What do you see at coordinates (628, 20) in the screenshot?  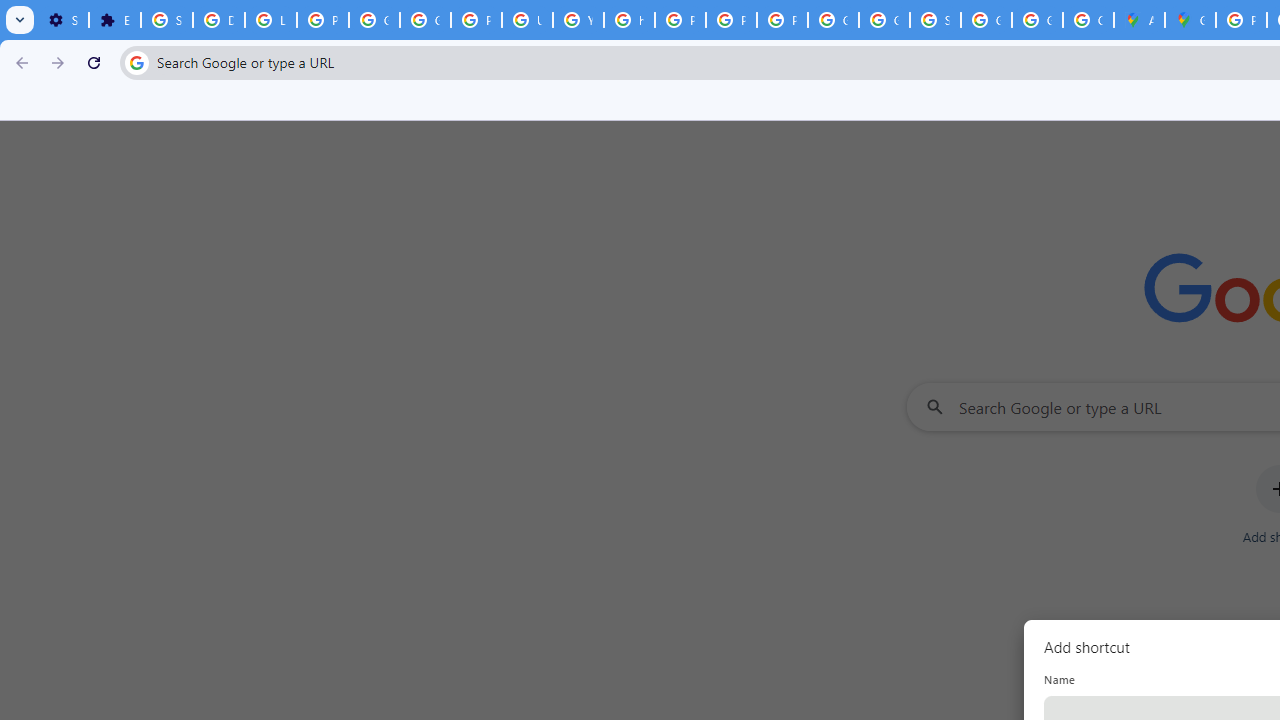 I see `'https://scholar.google.com/'` at bounding box center [628, 20].